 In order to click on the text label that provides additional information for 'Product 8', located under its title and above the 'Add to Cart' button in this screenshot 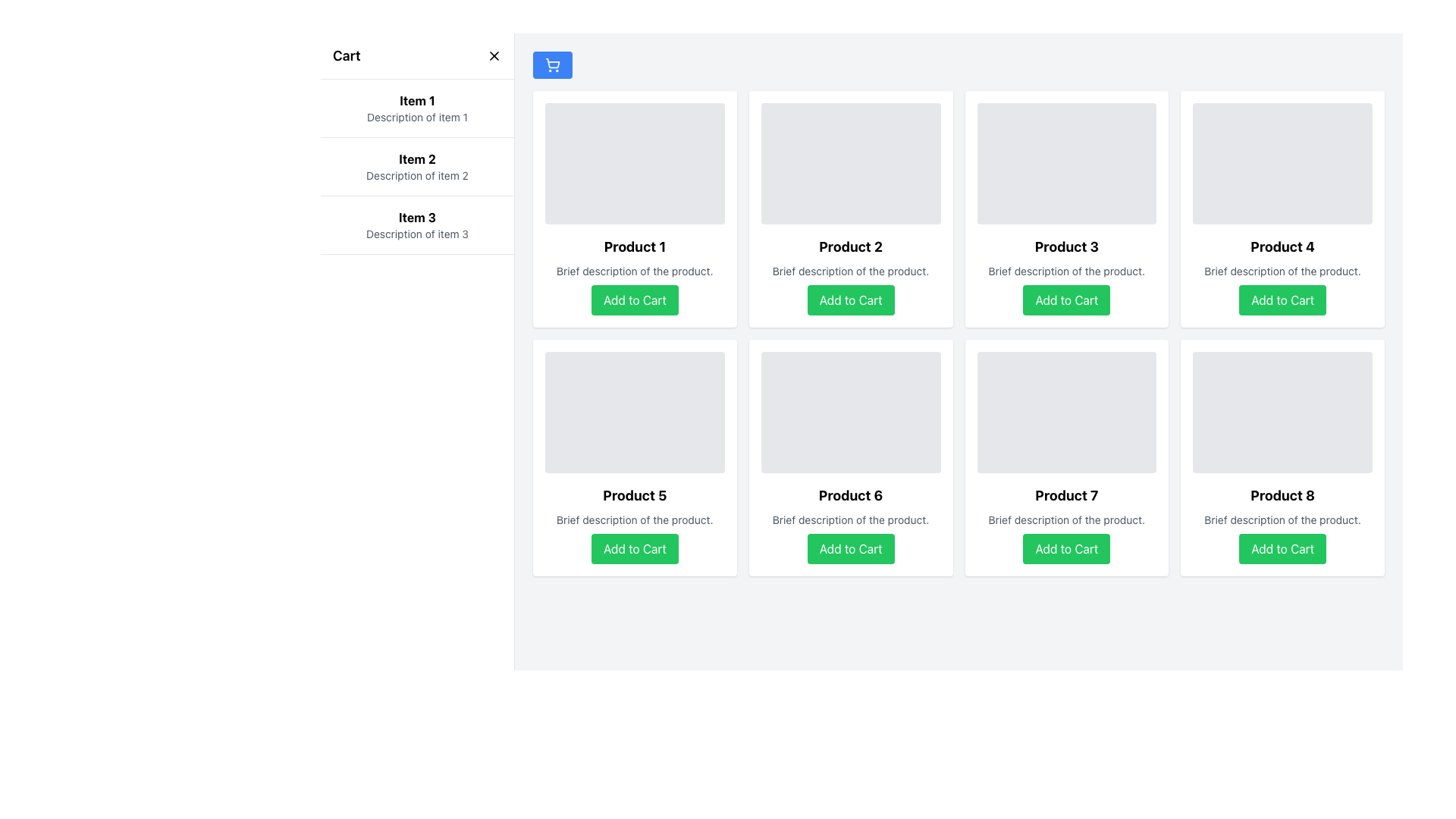, I will do `click(1282, 519)`.